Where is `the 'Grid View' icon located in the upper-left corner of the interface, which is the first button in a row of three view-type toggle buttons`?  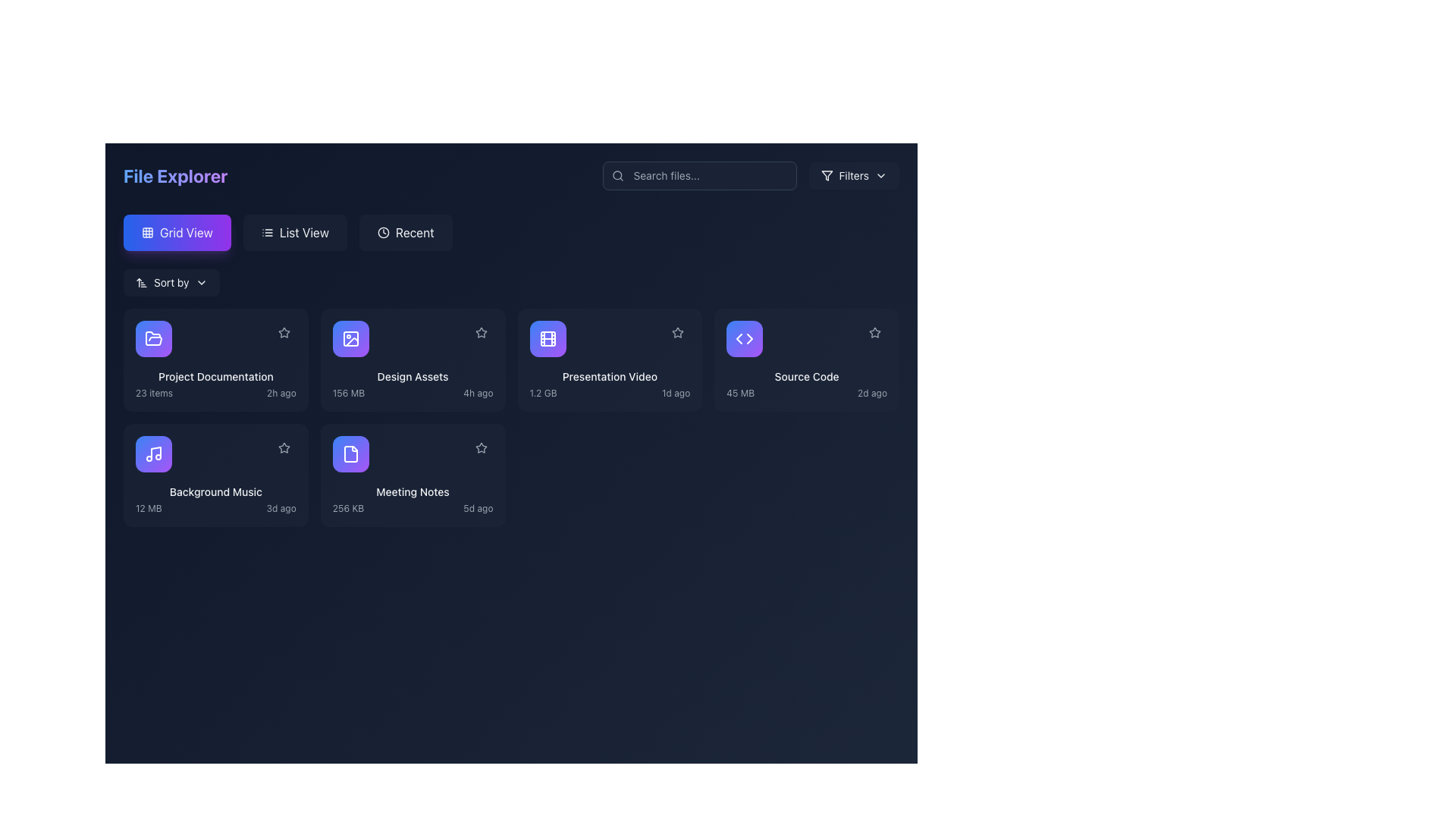 the 'Grid View' icon located in the upper-left corner of the interface, which is the first button in a row of three view-type toggle buttons is located at coordinates (148, 233).